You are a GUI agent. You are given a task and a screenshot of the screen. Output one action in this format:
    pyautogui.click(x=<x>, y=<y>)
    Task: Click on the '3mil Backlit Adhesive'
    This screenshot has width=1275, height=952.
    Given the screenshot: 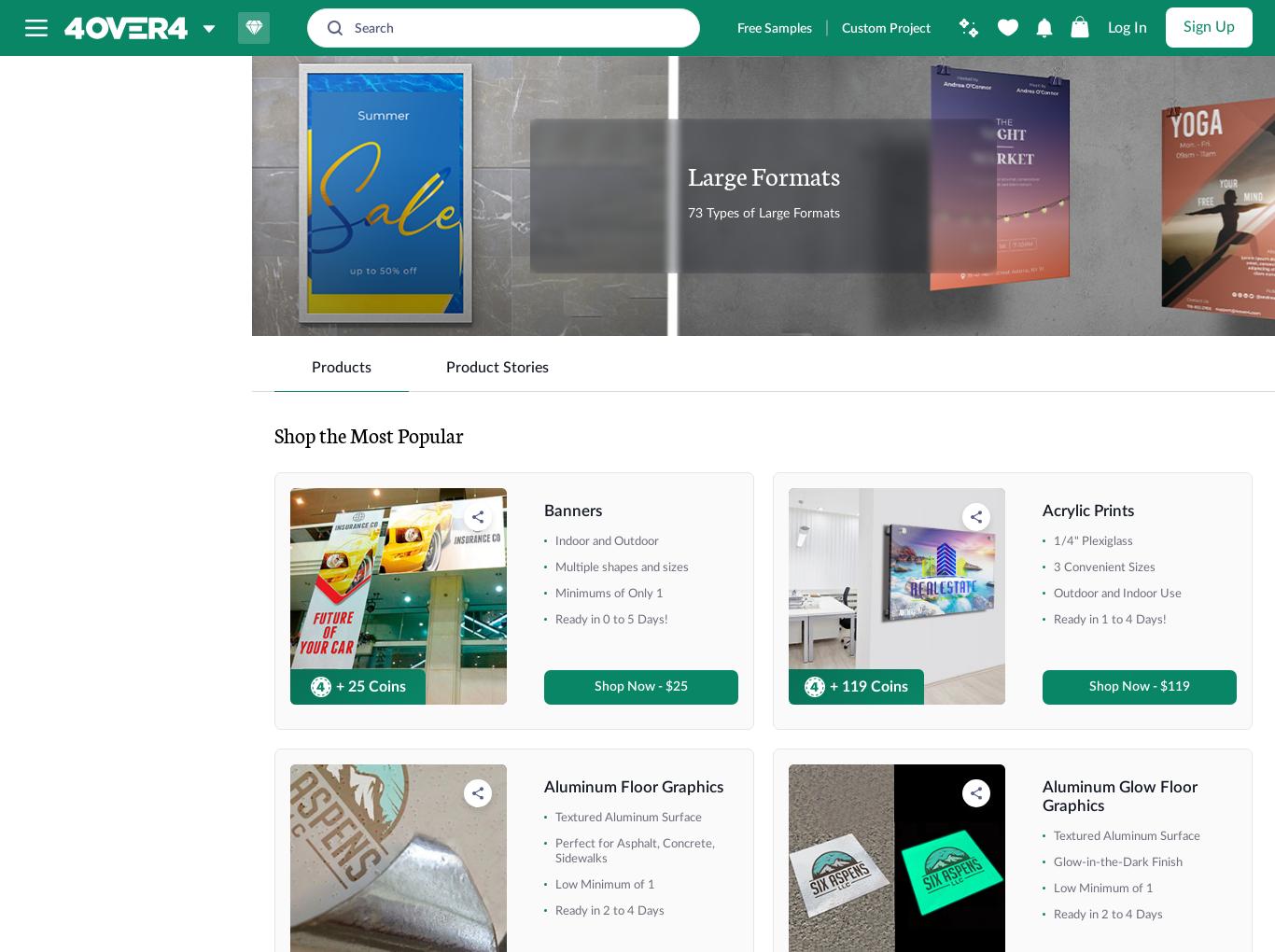 What is the action you would take?
    pyautogui.click(x=965, y=551)
    